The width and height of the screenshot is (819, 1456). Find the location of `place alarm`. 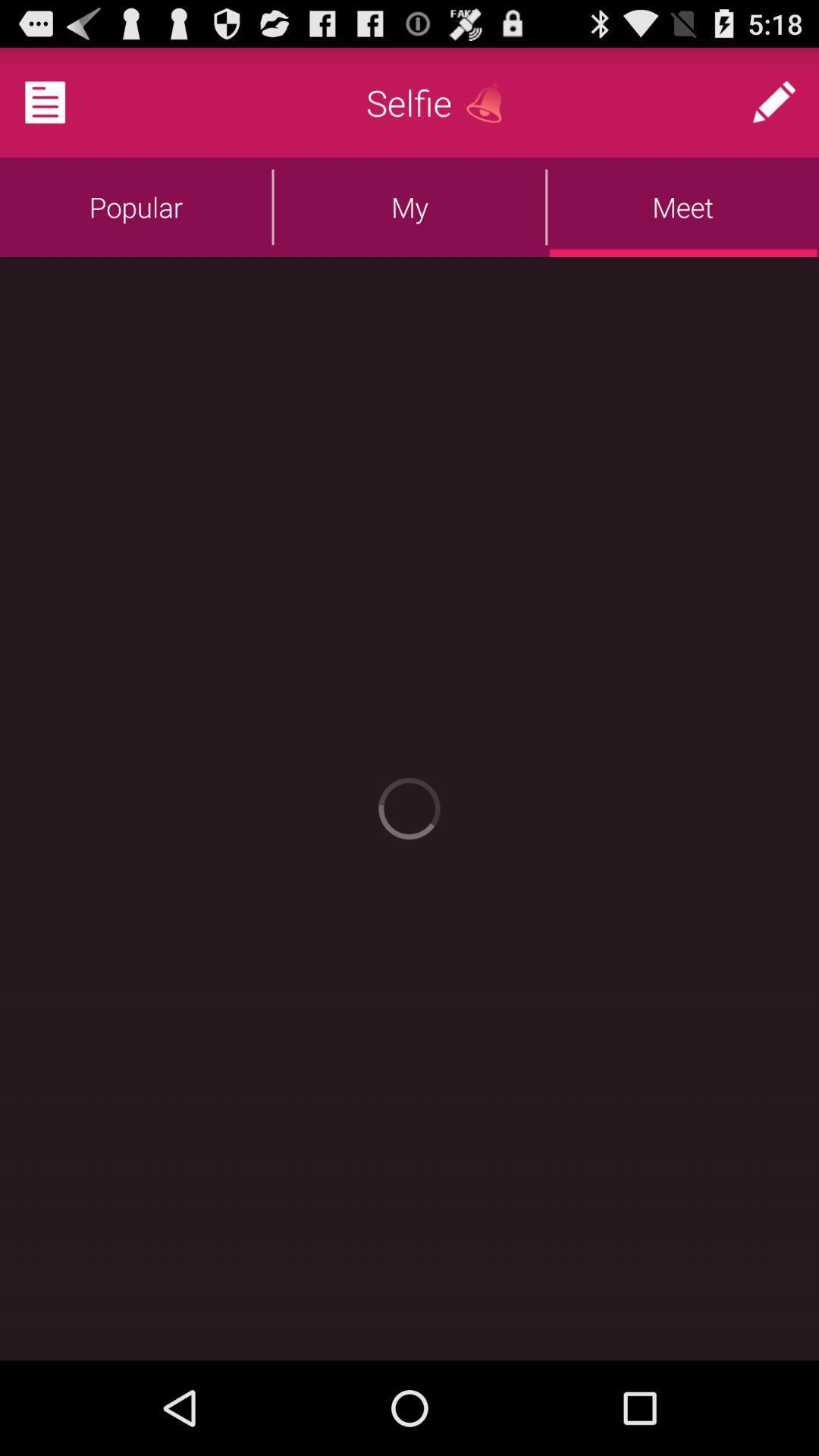

place alarm is located at coordinates (490, 102).